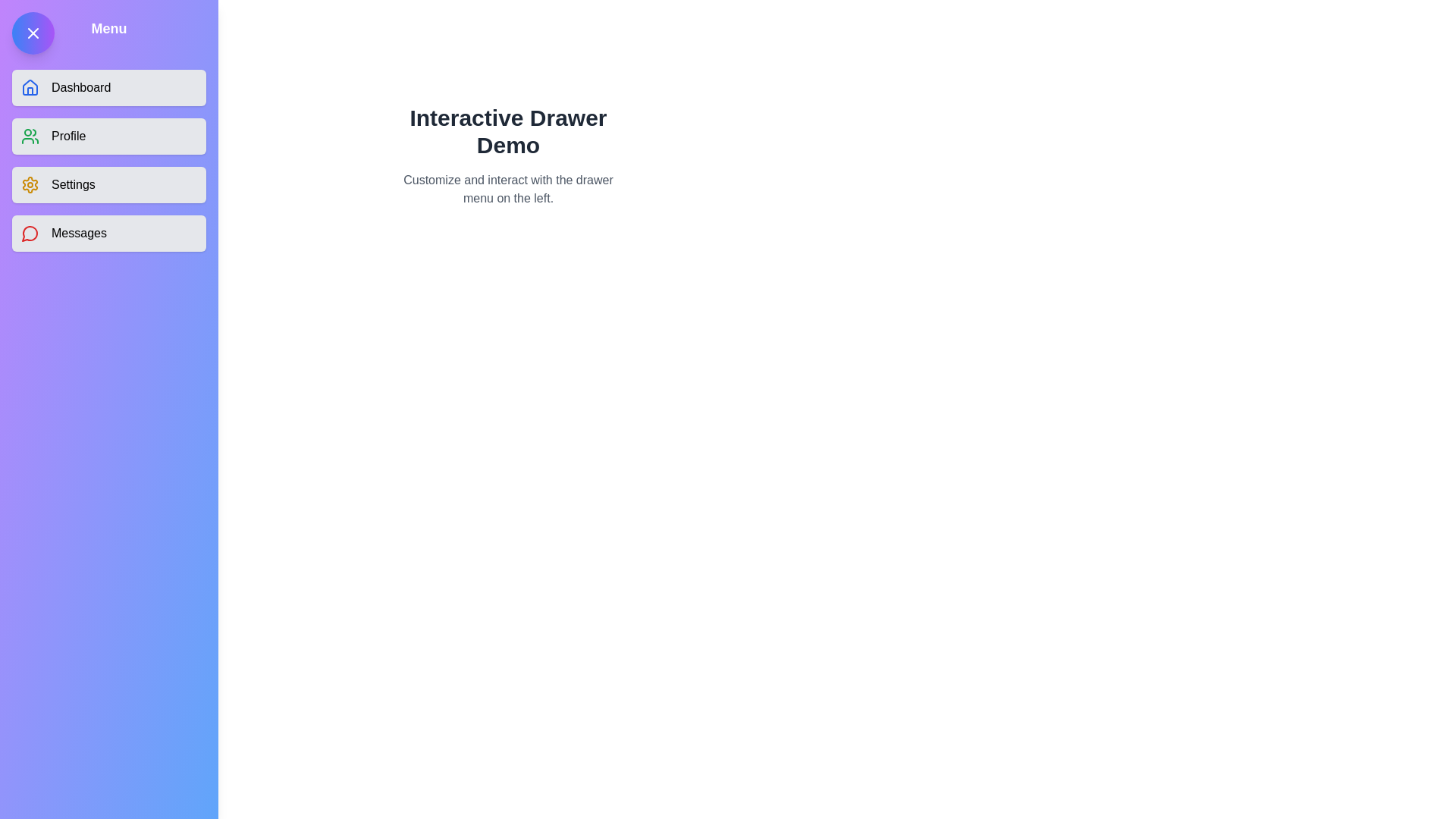  I want to click on the menu item Dashboard from the drawer, so click(108, 87).